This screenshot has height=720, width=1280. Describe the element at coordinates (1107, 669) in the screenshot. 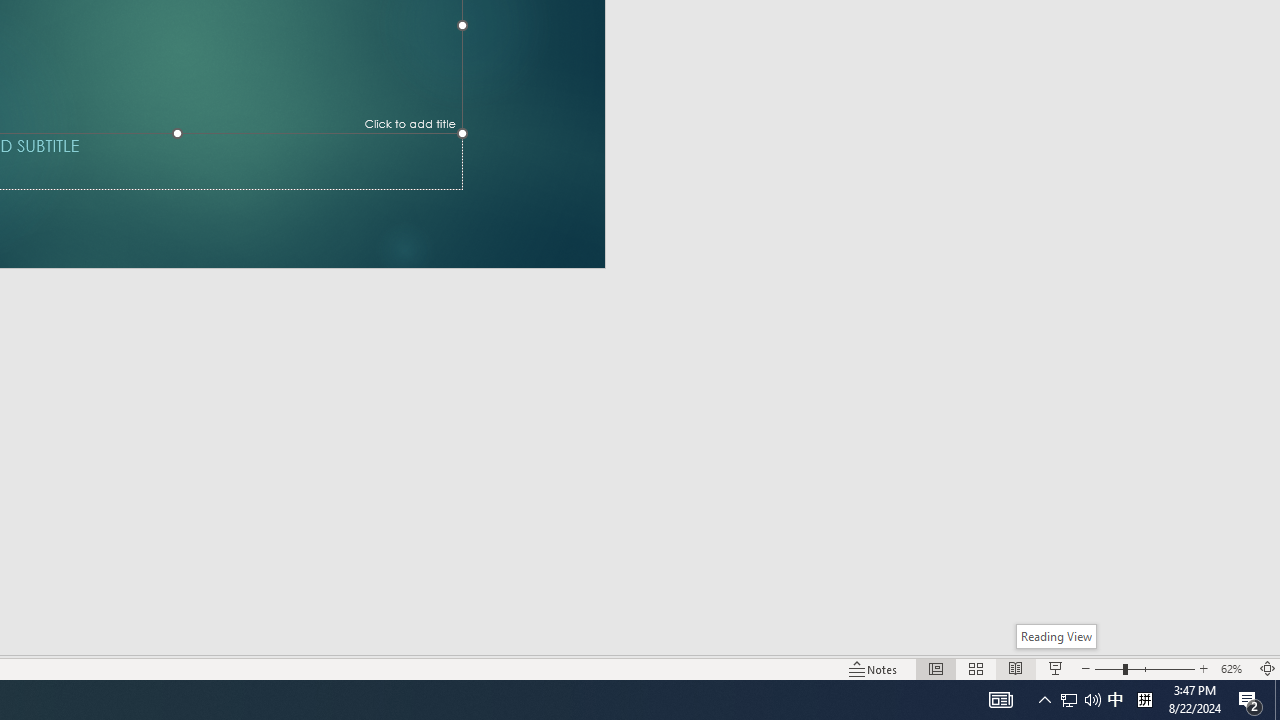

I see `'Zoom Out'` at that location.